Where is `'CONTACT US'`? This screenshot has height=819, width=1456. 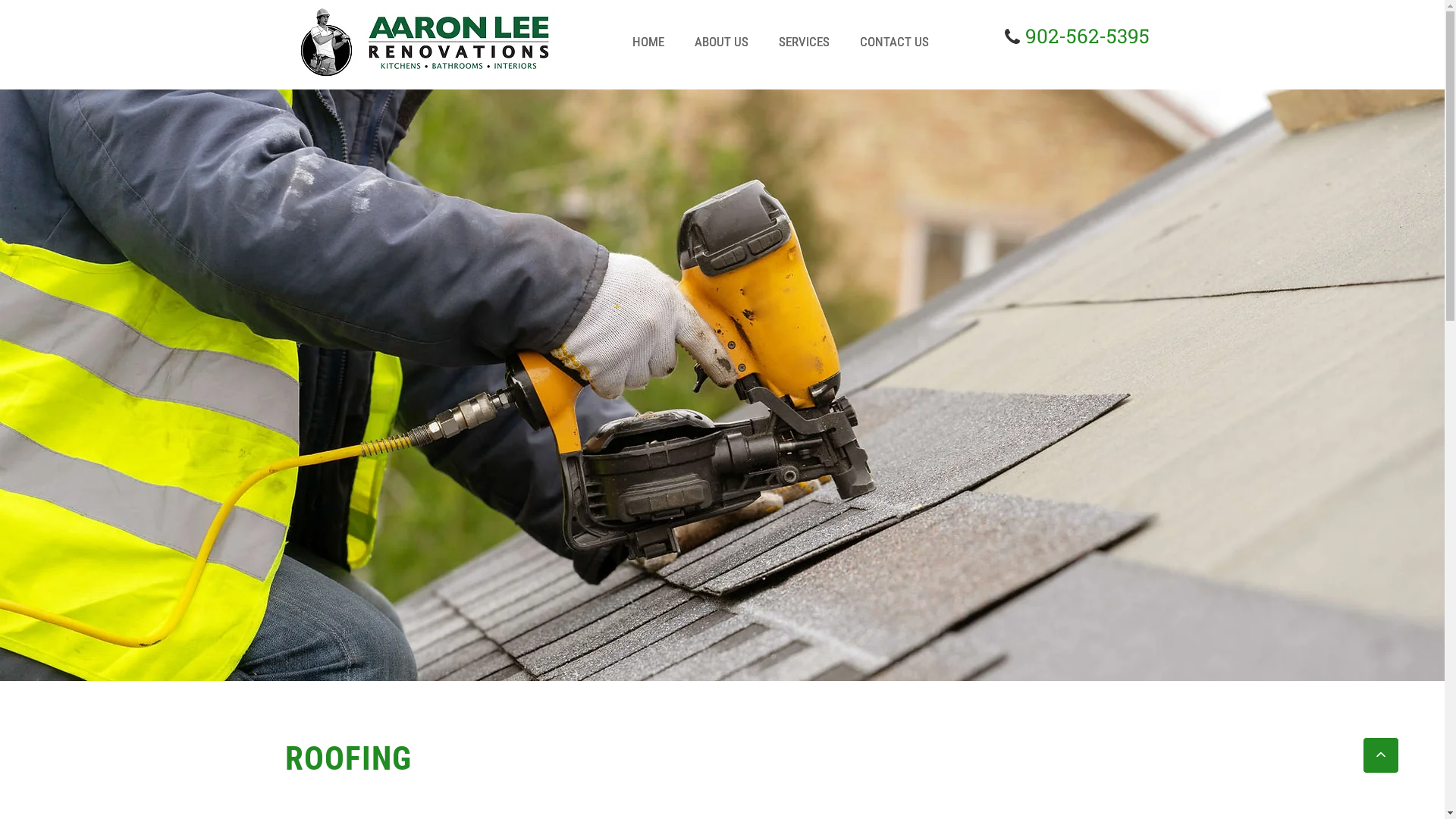 'CONTACT US' is located at coordinates (894, 41).